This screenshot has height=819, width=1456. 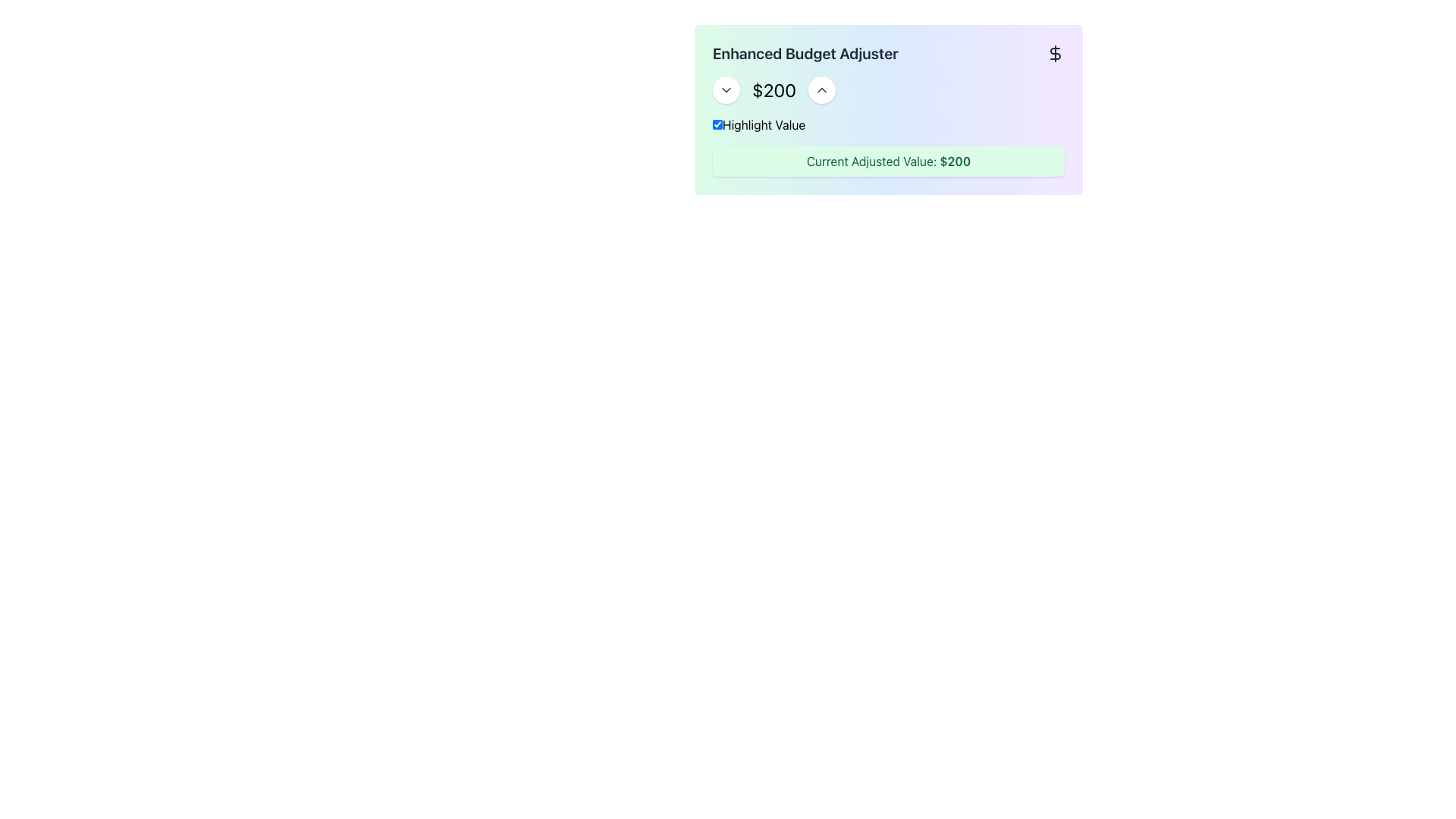 I want to click on the chevron-shaped up arrow icon for upward navigation located in the circular button to the immediate right of the '$200' text within the 'Enhanced Budget Adjuster' box to increment the value, so click(x=821, y=90).